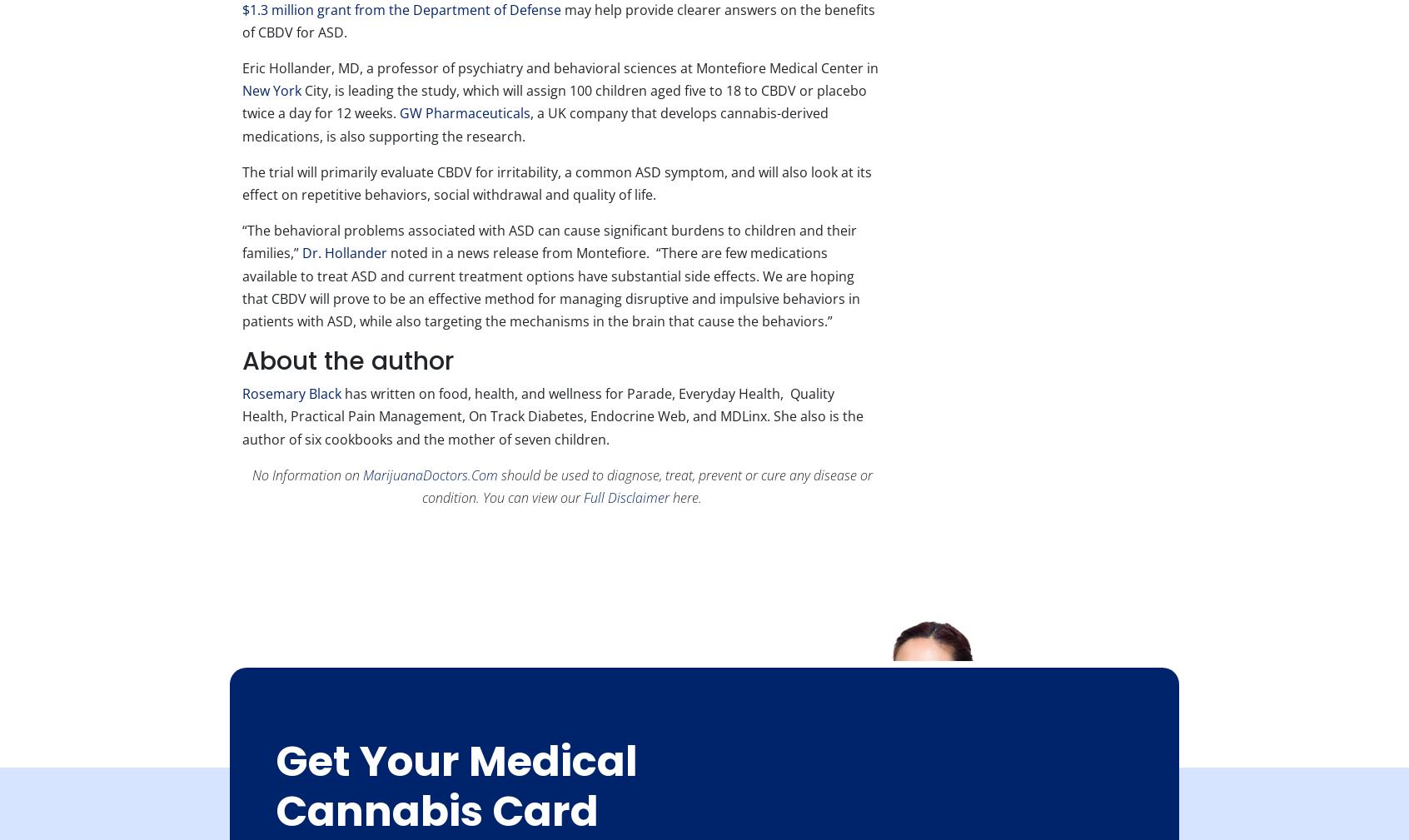 Image resolution: width=1409 pixels, height=840 pixels. What do you see at coordinates (347, 360) in the screenshot?
I see `'About the author'` at bounding box center [347, 360].